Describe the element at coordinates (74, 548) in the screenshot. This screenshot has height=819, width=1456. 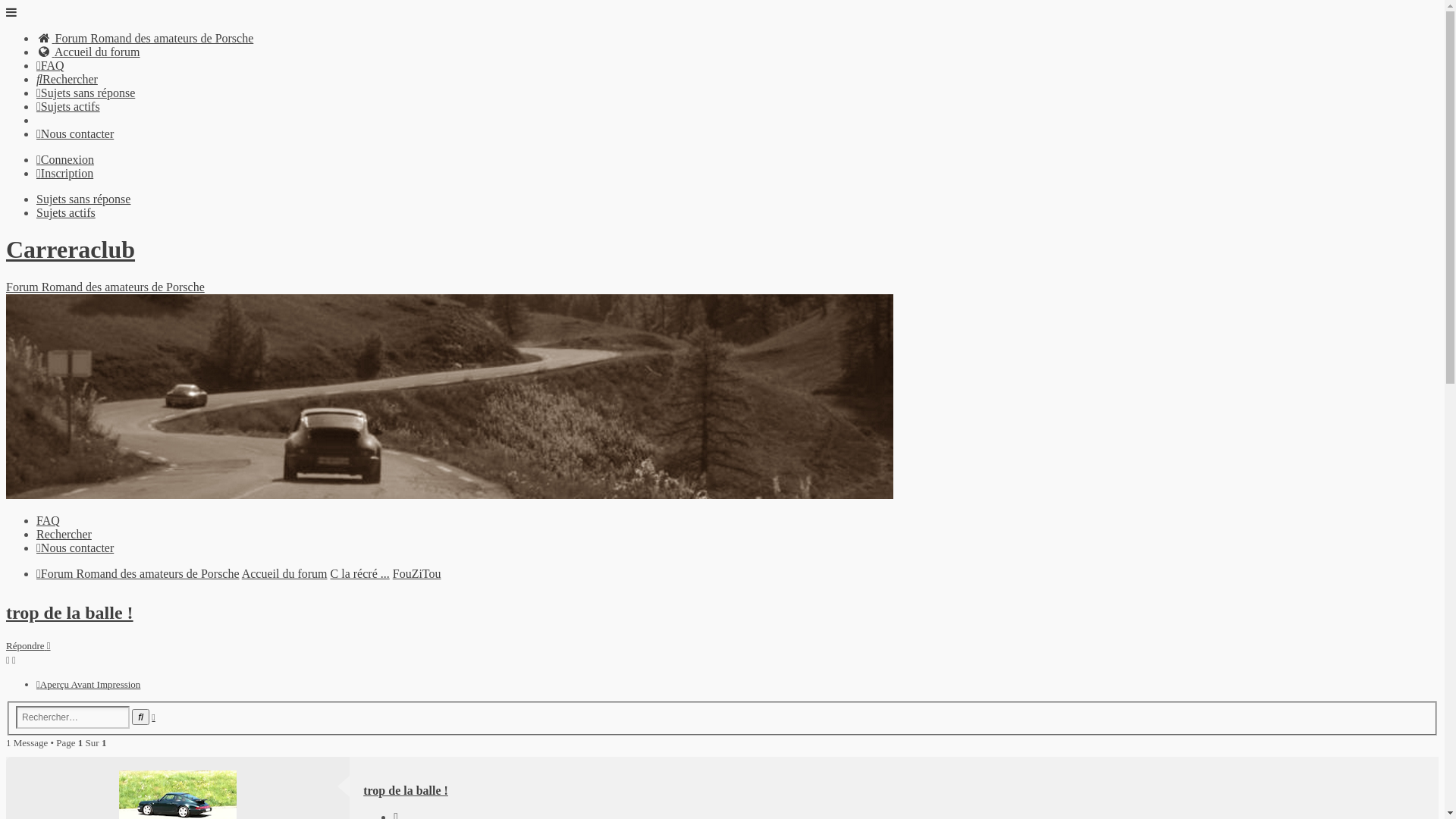
I see `'Nous contacter'` at that location.